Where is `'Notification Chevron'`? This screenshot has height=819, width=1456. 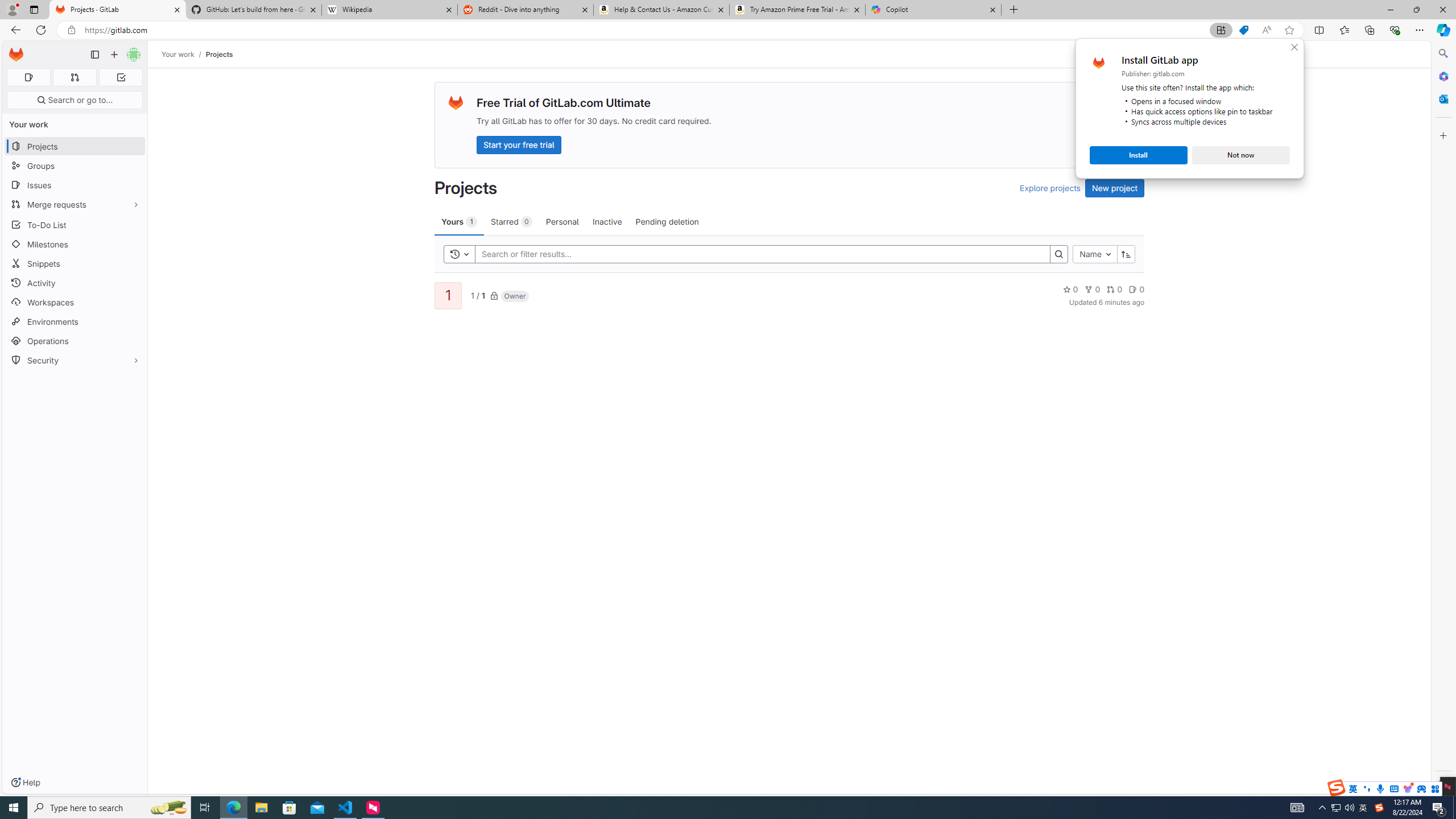 'Notification Chevron' is located at coordinates (1322, 806).